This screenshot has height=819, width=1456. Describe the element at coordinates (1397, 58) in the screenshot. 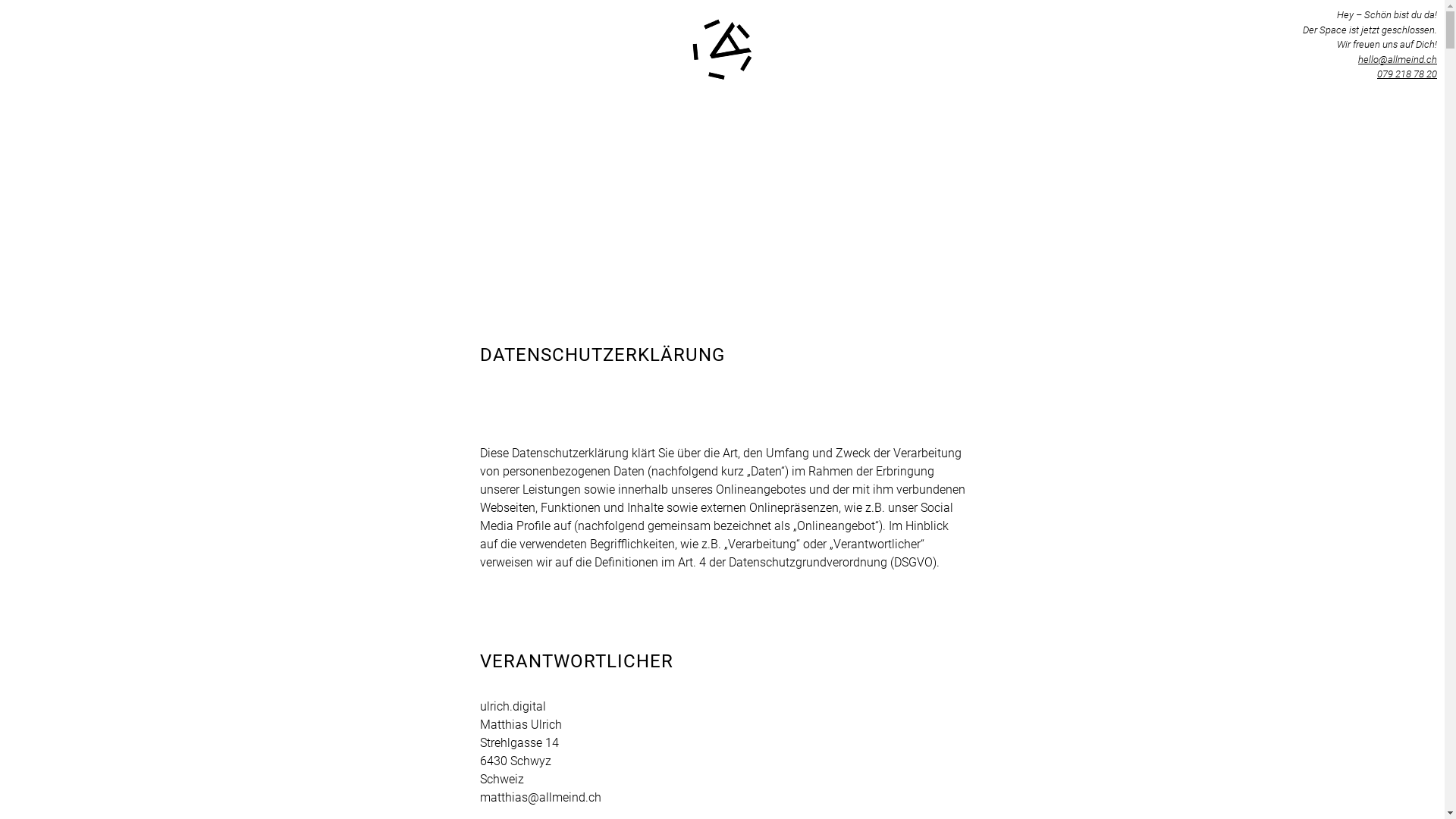

I see `'hello@allmeind.ch'` at that location.